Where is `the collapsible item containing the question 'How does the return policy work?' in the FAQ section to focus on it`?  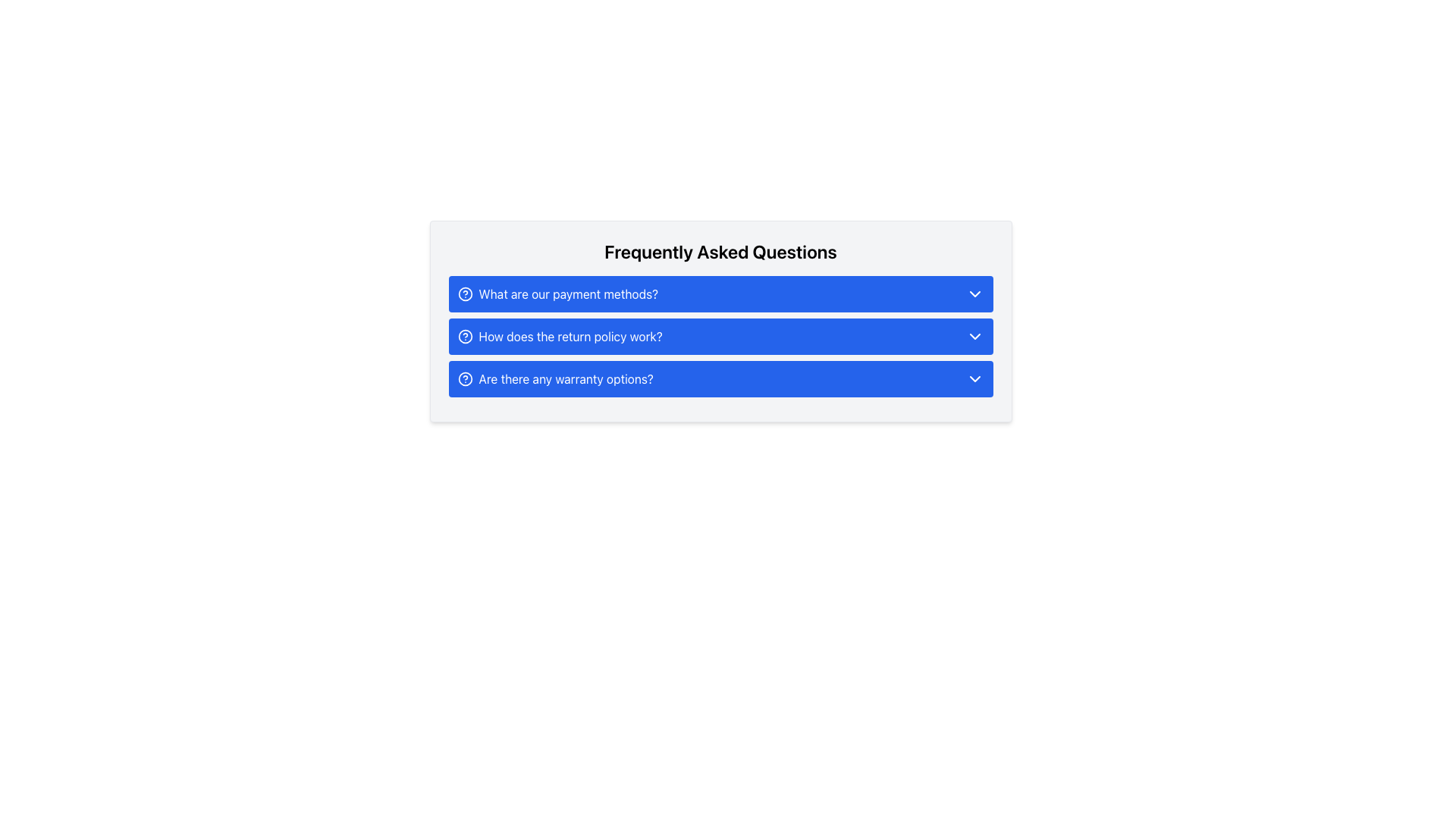 the collapsible item containing the question 'How does the return policy work?' in the FAQ section to focus on it is located at coordinates (720, 335).